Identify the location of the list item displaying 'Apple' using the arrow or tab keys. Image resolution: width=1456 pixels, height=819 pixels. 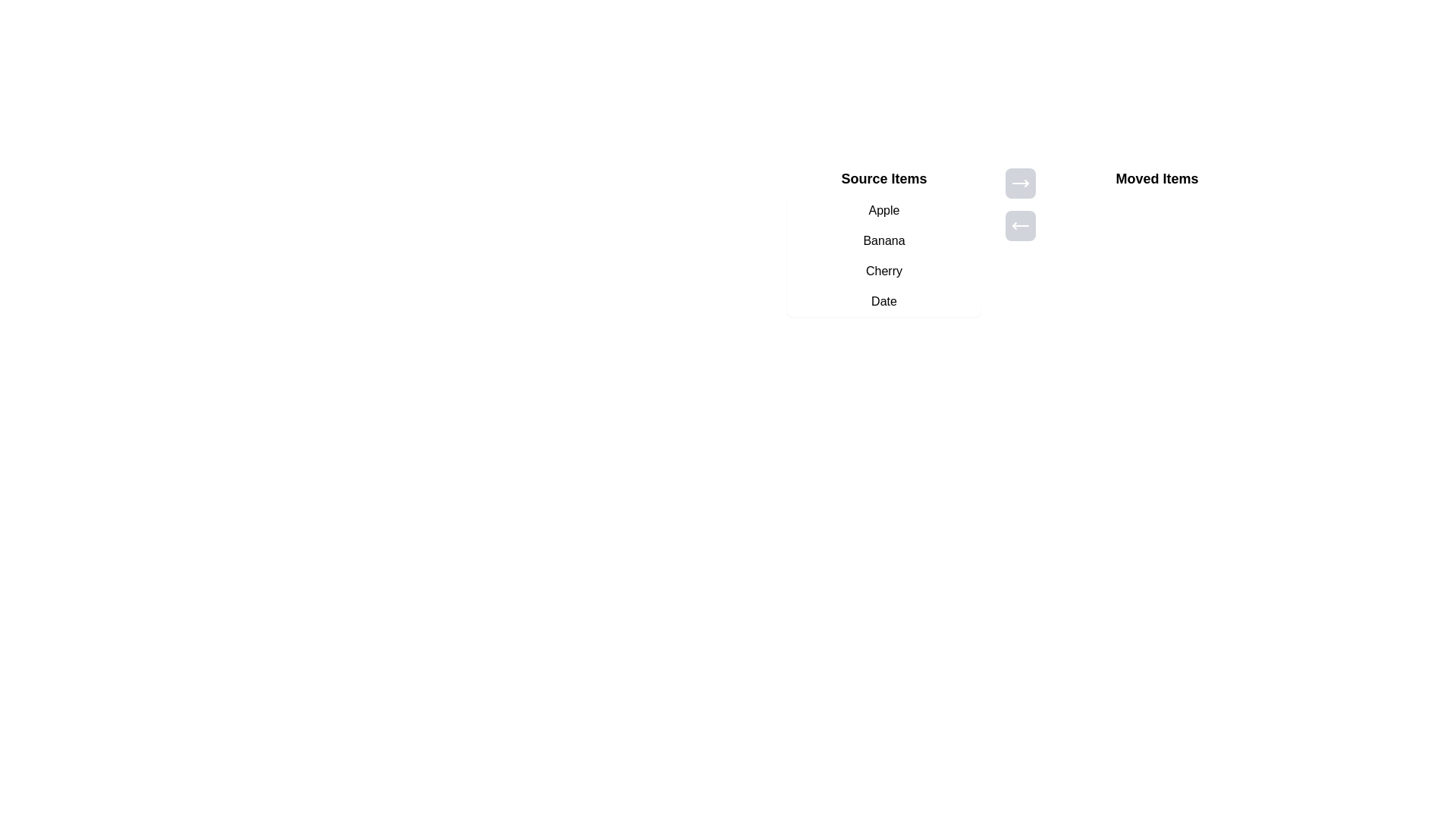
(884, 210).